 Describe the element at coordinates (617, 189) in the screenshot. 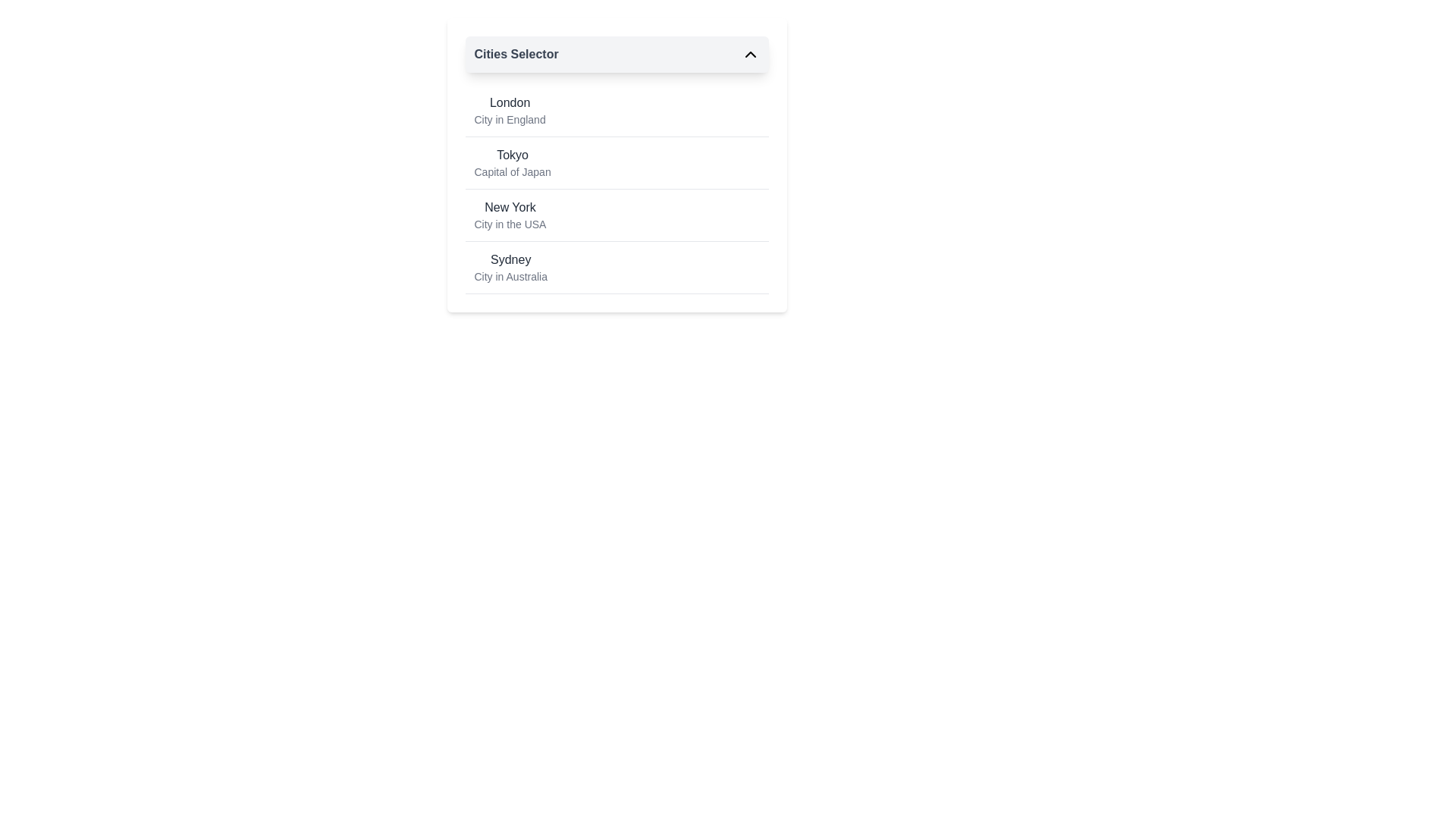

I see `the second item in the dropdown menu labeled 'Tokyo', which is described as 'Capital of Japan'` at that location.